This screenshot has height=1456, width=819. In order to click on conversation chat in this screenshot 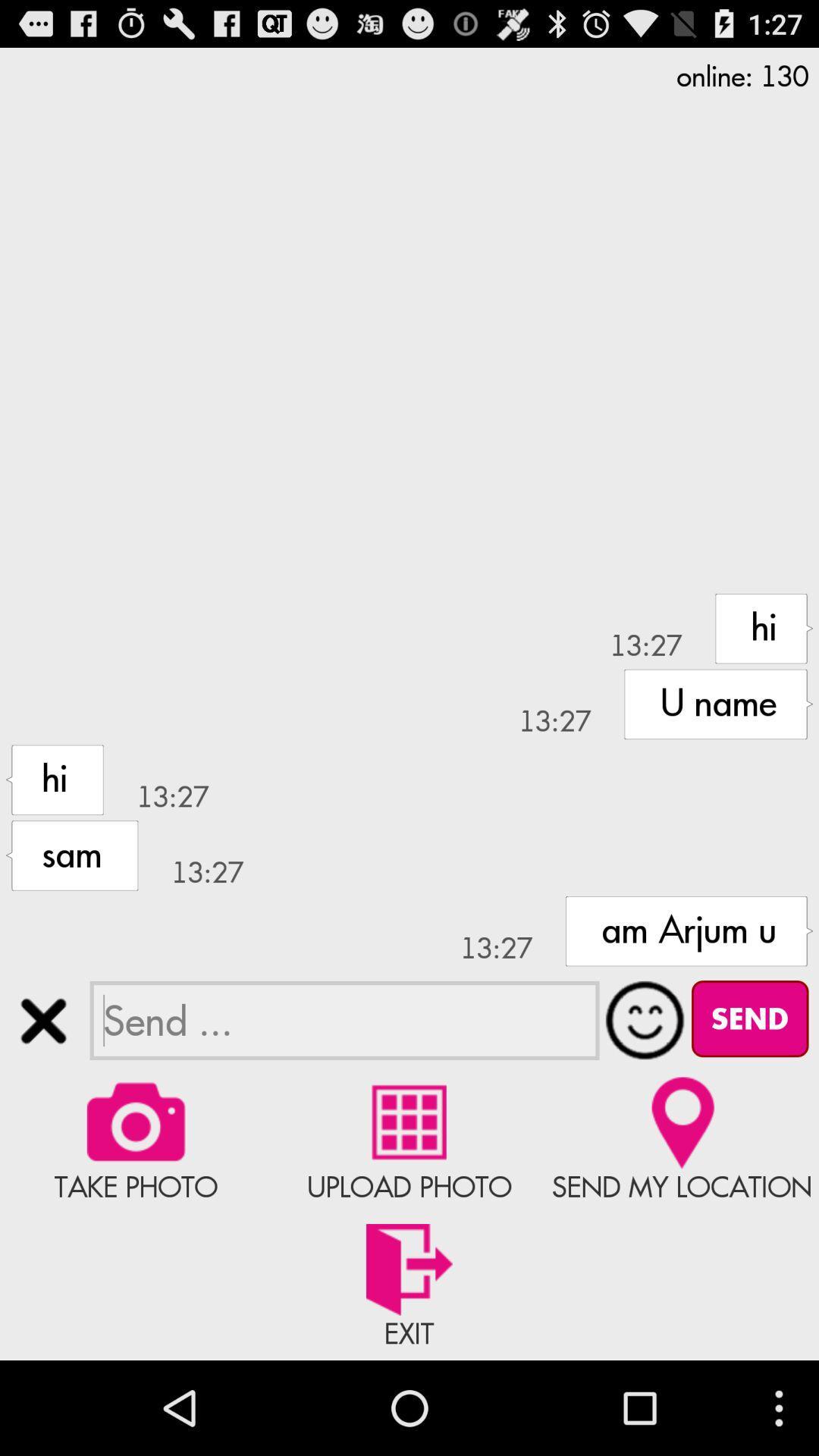, I will do `click(42, 1021)`.